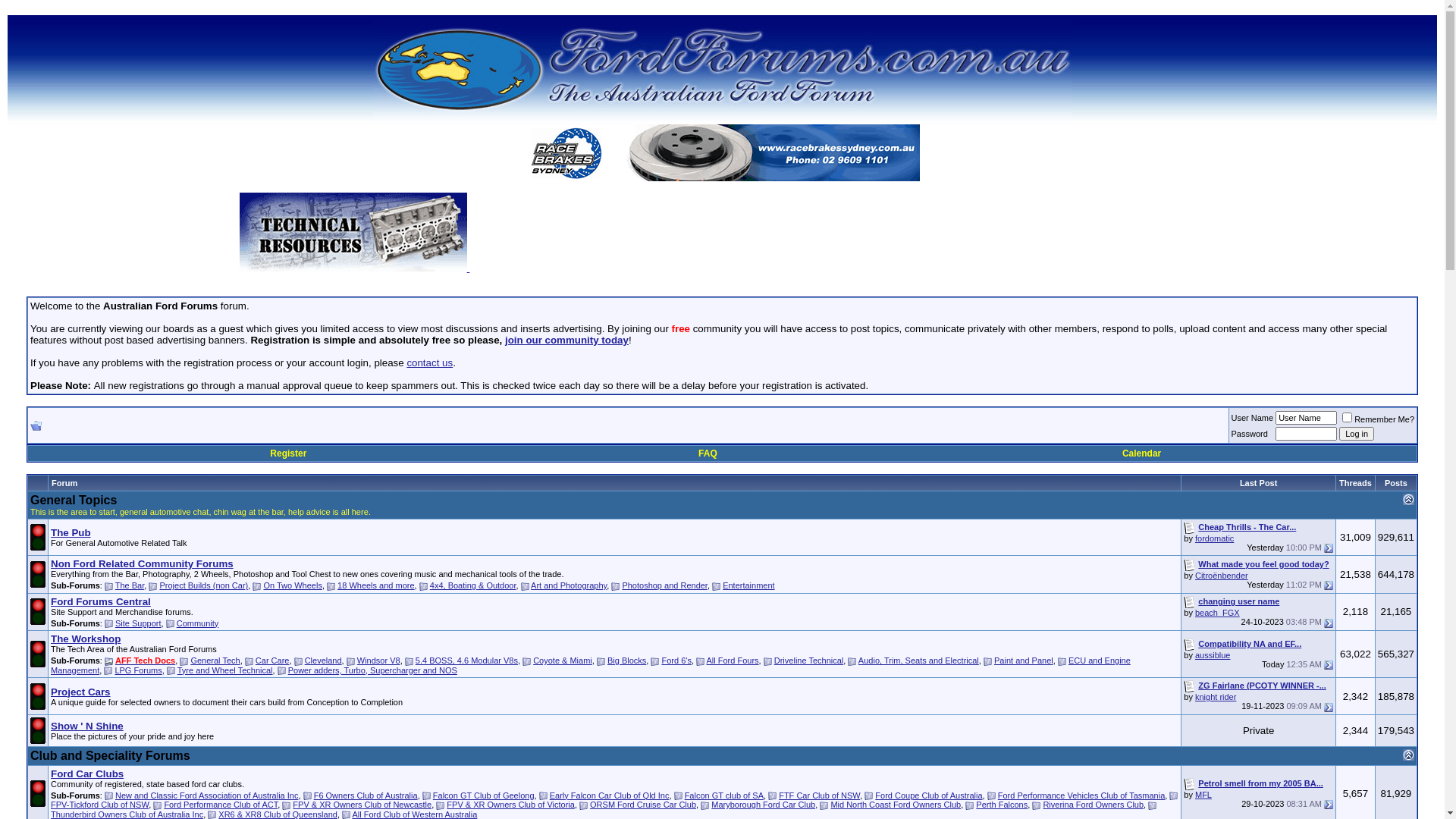  I want to click on 'Non Ford Related Community Forums', so click(51, 563).